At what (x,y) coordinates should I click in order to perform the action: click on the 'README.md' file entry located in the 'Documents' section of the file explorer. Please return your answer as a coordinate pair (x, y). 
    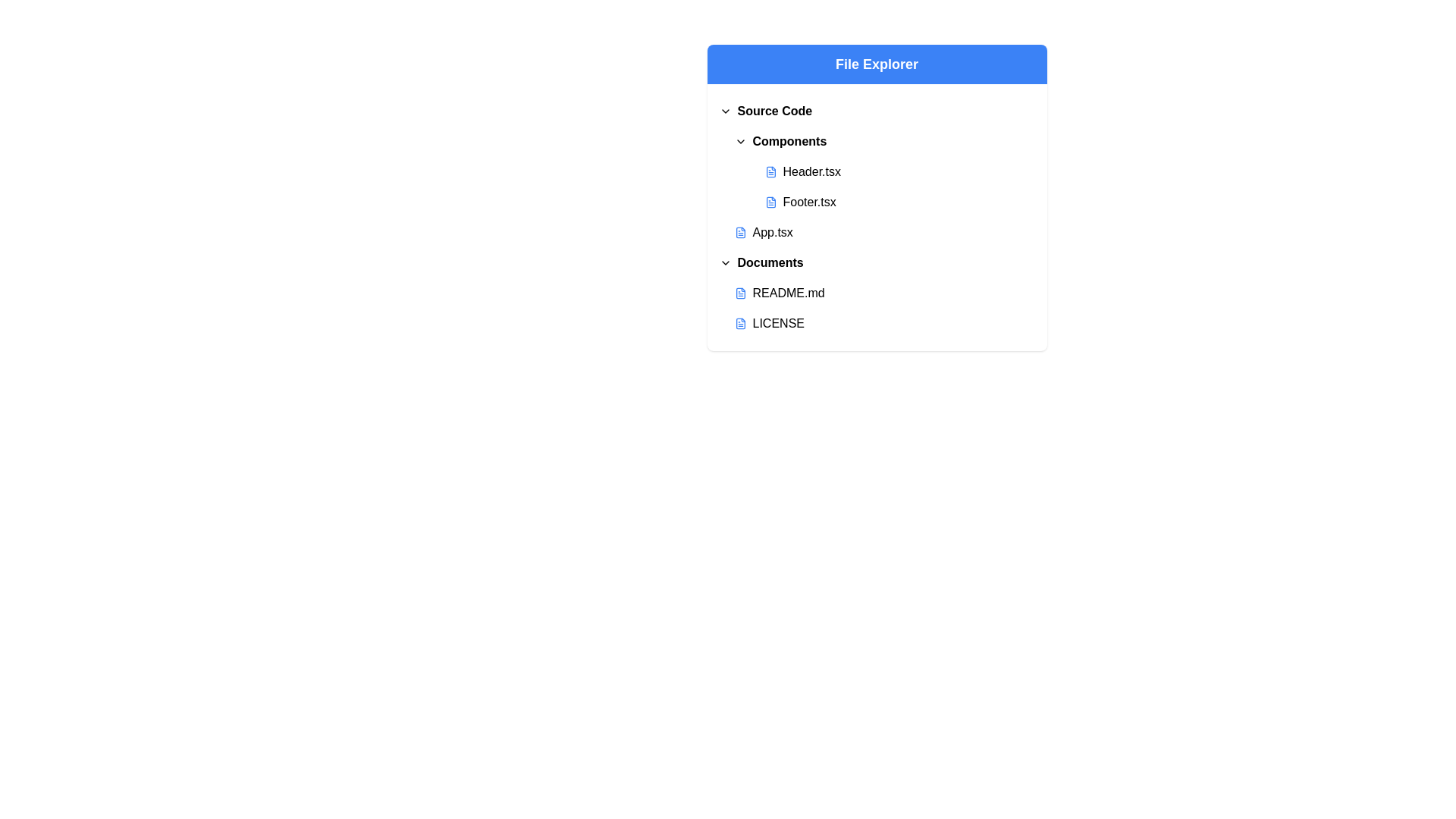
    Looking at the image, I should click on (884, 293).